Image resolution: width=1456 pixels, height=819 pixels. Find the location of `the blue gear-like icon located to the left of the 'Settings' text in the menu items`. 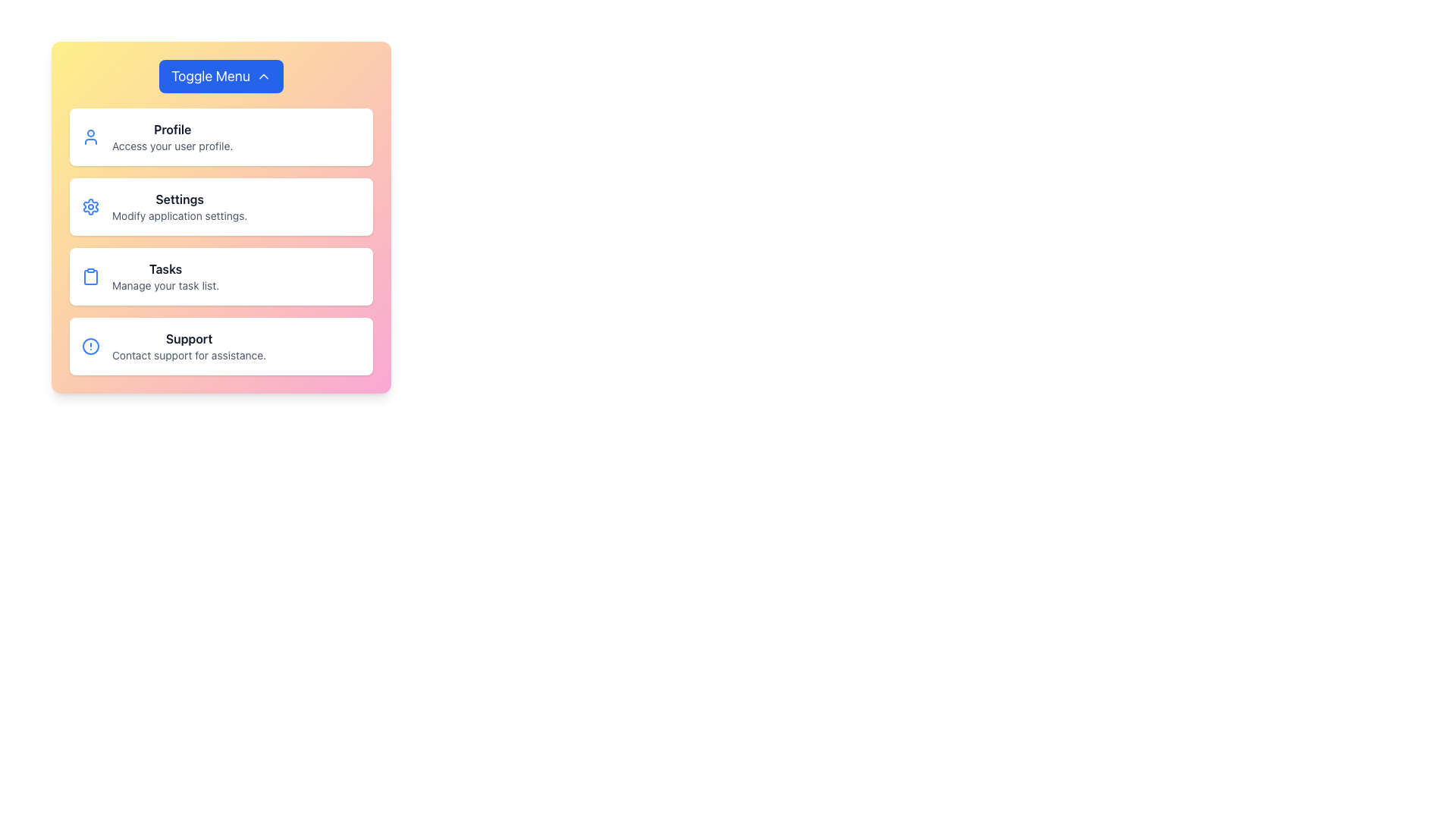

the blue gear-like icon located to the left of the 'Settings' text in the menu items is located at coordinates (90, 207).